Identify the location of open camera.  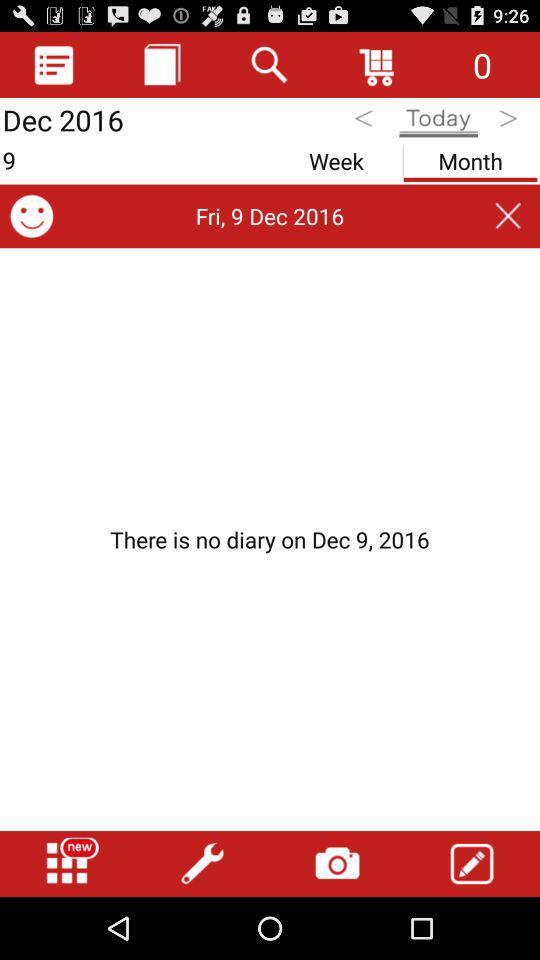
(337, 863).